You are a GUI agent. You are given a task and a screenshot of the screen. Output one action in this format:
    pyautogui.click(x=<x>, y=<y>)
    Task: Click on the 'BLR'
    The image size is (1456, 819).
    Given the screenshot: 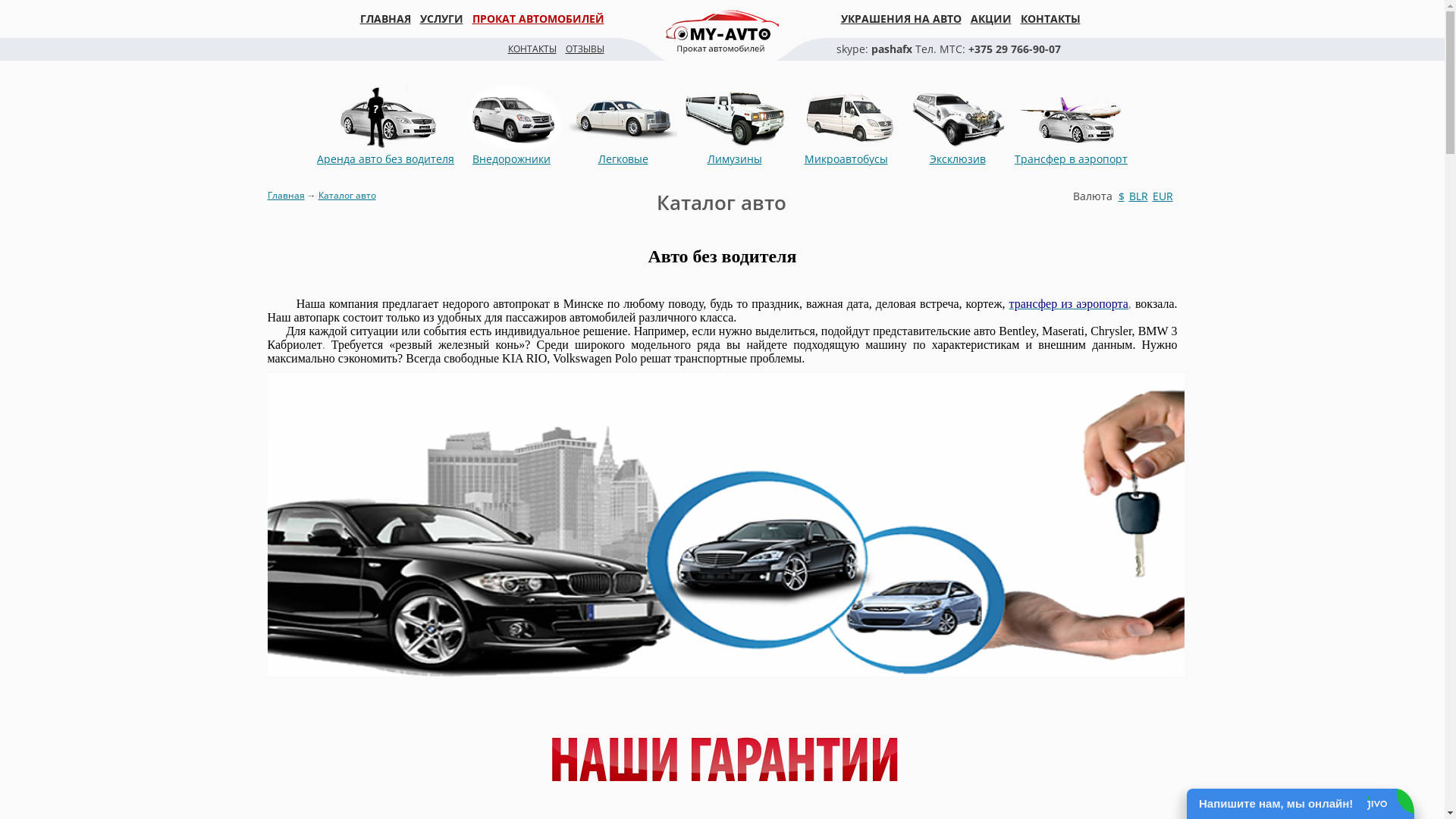 What is the action you would take?
    pyautogui.click(x=1137, y=195)
    